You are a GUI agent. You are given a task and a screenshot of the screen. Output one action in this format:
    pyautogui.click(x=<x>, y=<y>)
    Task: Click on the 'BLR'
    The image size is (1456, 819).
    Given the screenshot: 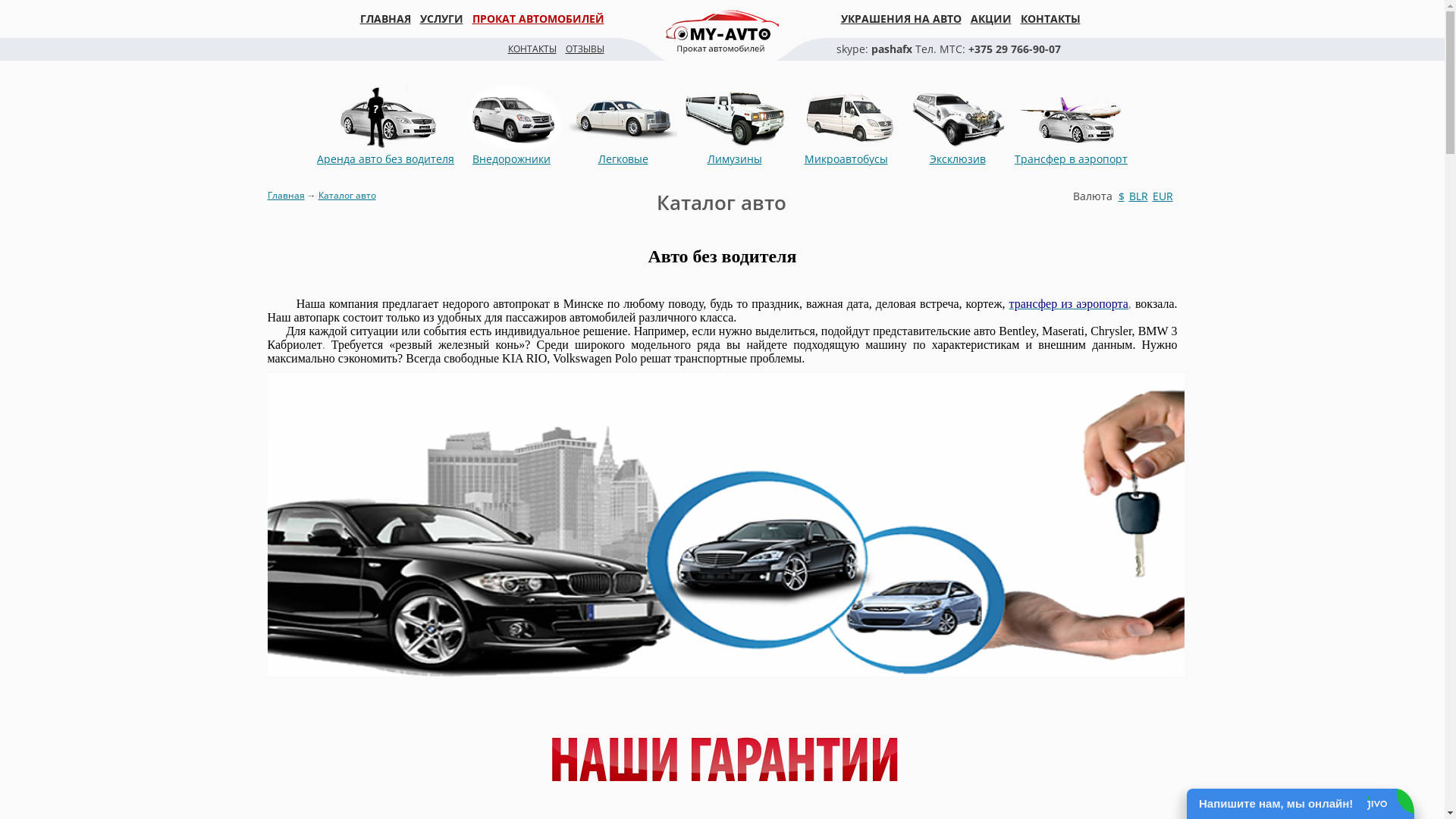 What is the action you would take?
    pyautogui.click(x=1137, y=195)
    